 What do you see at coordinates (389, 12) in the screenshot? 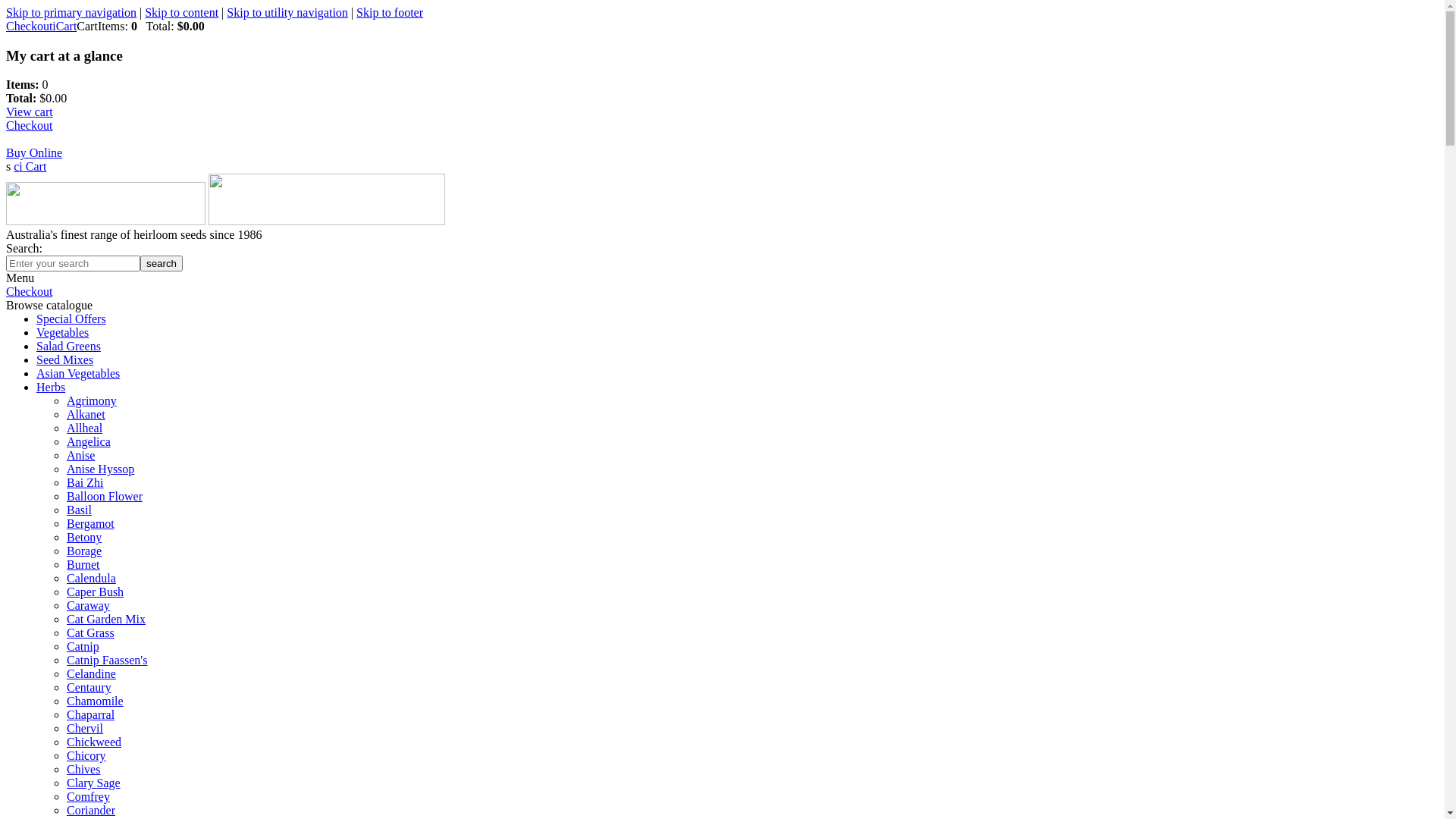
I see `'Skip to footer'` at bounding box center [389, 12].